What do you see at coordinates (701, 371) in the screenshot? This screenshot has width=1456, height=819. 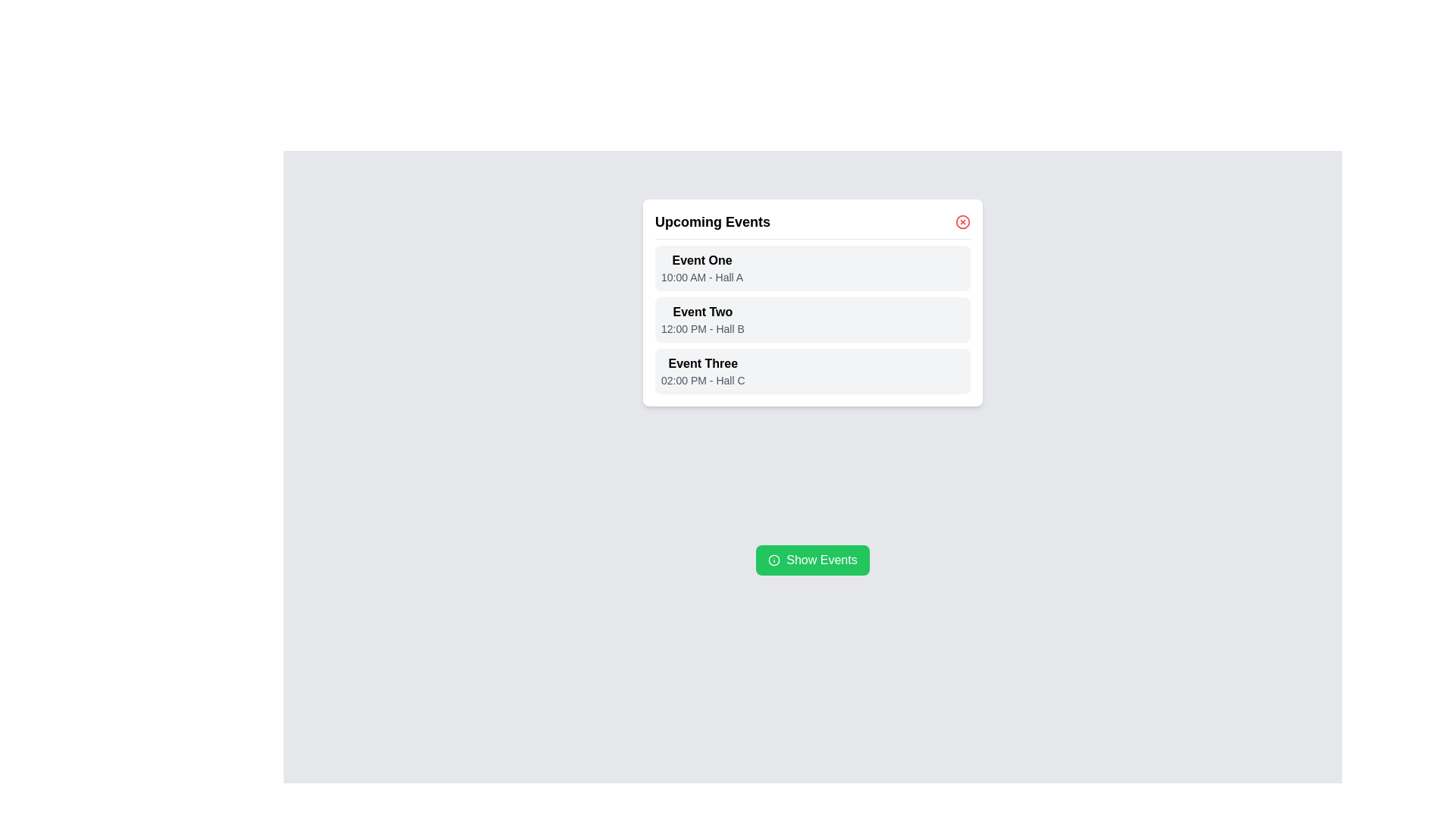 I see `the third and last entry in the 'Upcoming Events' card that provides details about a scheduled event, including its name, time, and location` at bounding box center [701, 371].